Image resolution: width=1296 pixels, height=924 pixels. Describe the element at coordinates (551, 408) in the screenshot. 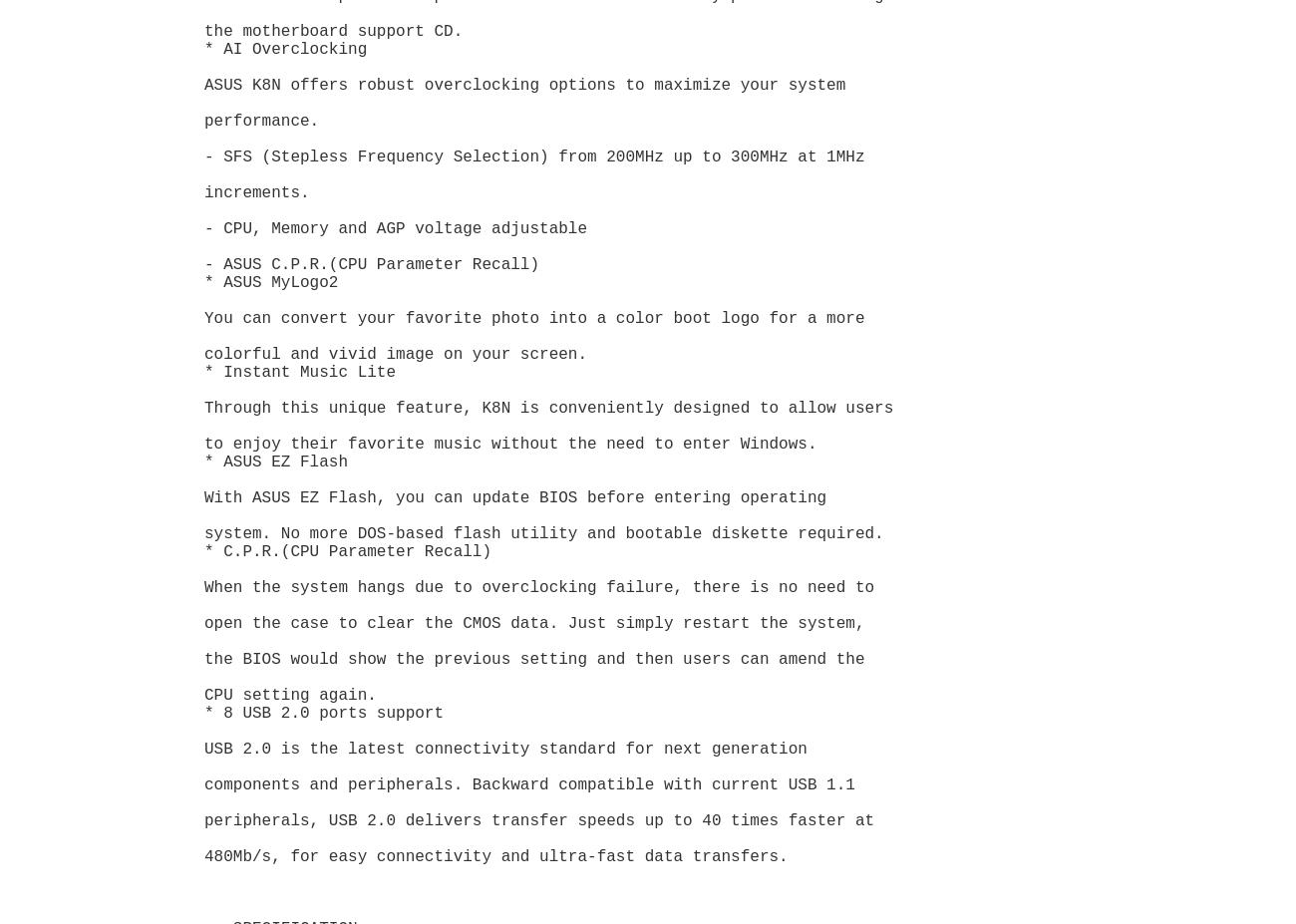

I see `'Through this unique feature, K8N is conveniently designed to allow users'` at that location.